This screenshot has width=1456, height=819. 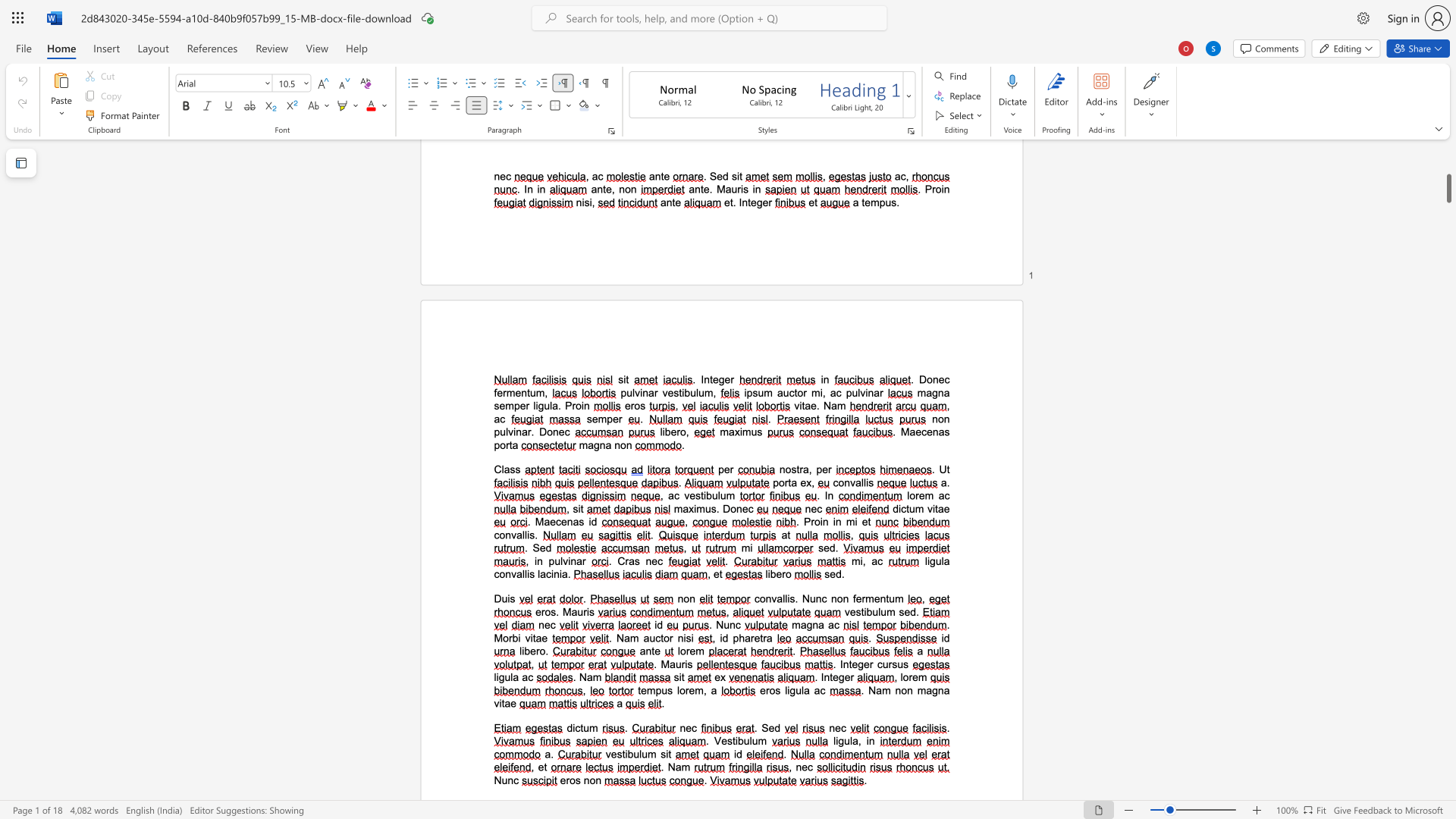 I want to click on the space between the continuous character "t" and "e" in the text, so click(x=712, y=378).